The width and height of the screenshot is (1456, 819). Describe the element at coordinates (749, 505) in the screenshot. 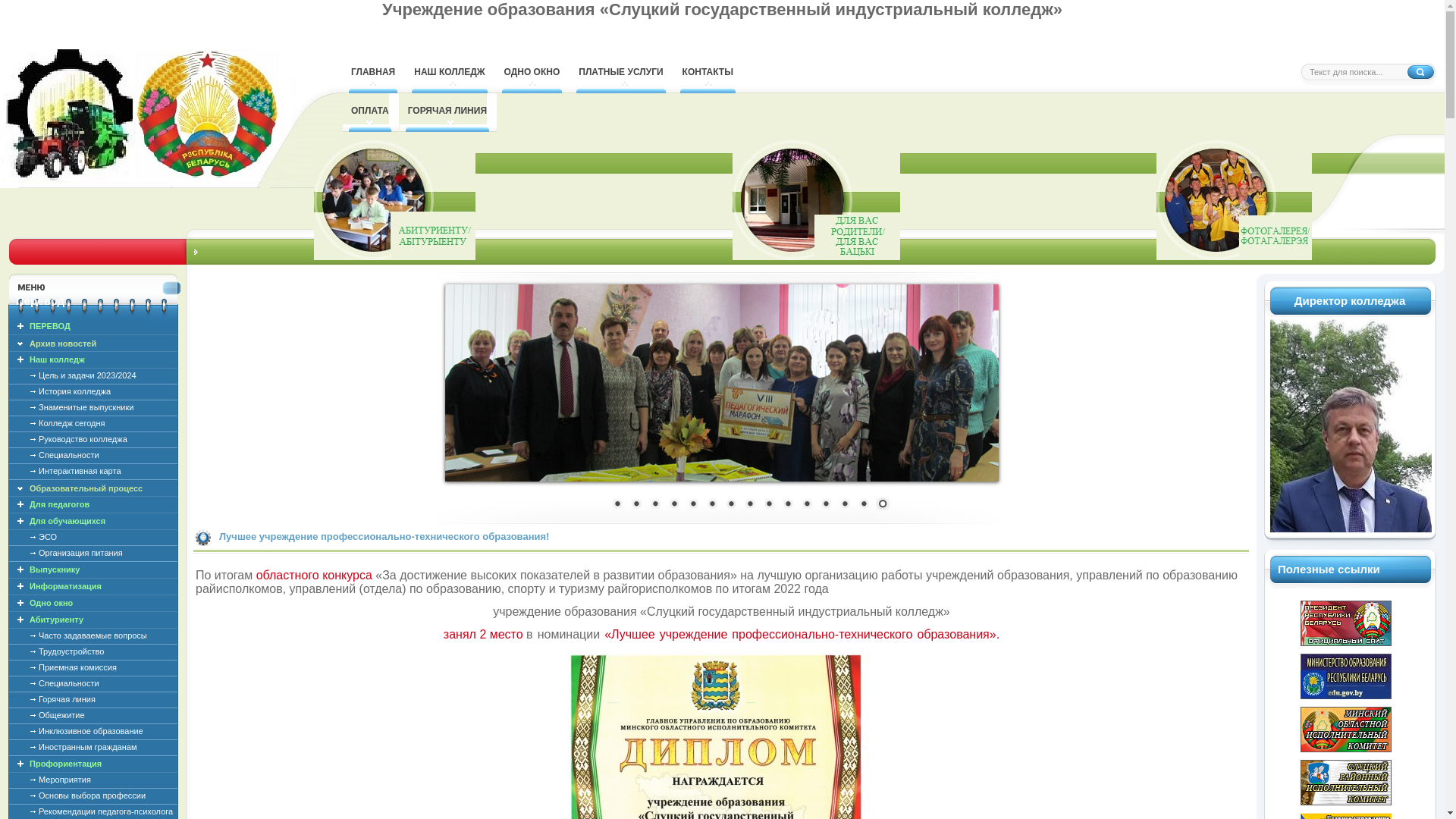

I see `'8'` at that location.